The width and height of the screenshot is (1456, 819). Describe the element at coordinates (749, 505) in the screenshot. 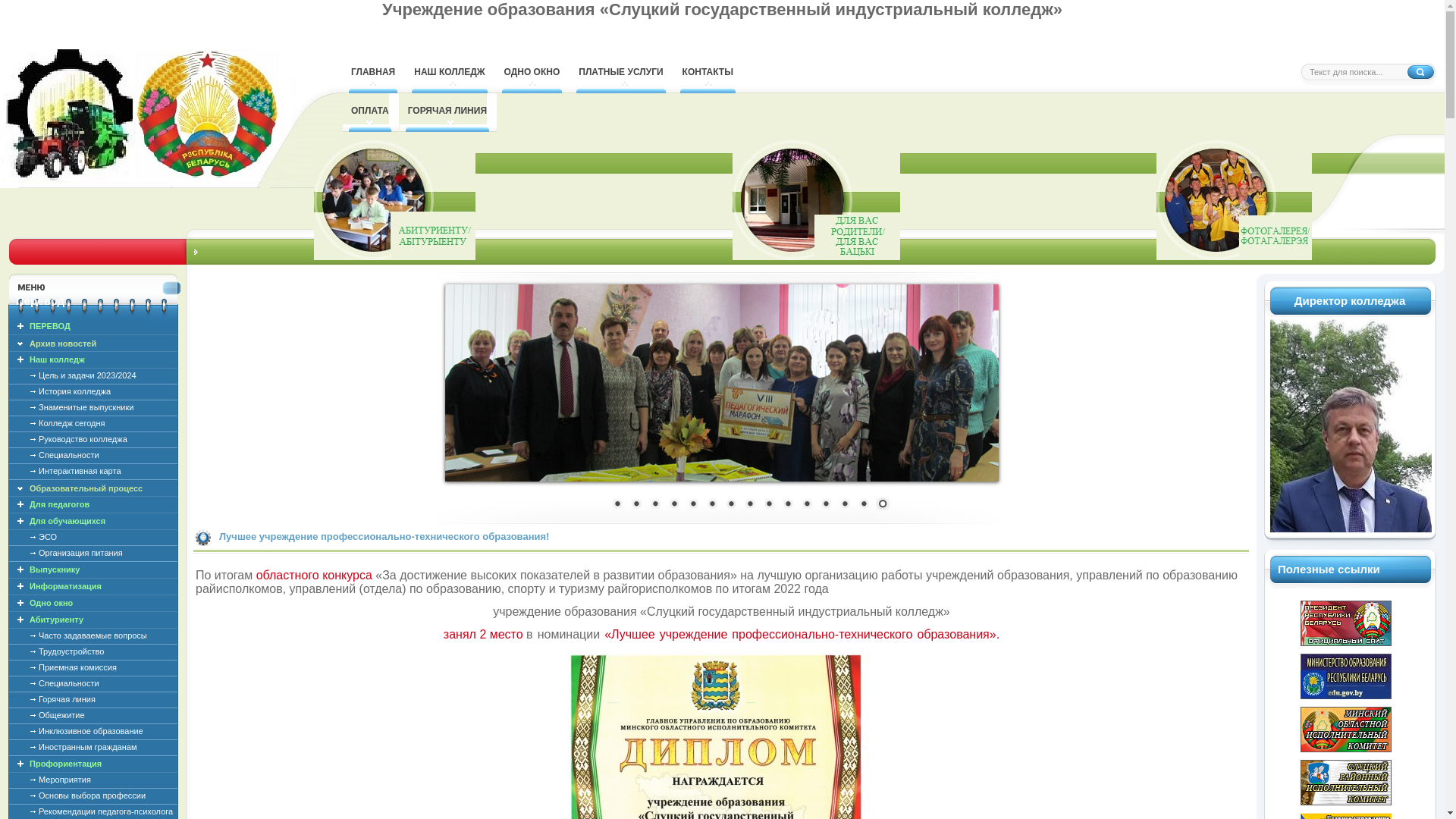

I see `'8'` at that location.